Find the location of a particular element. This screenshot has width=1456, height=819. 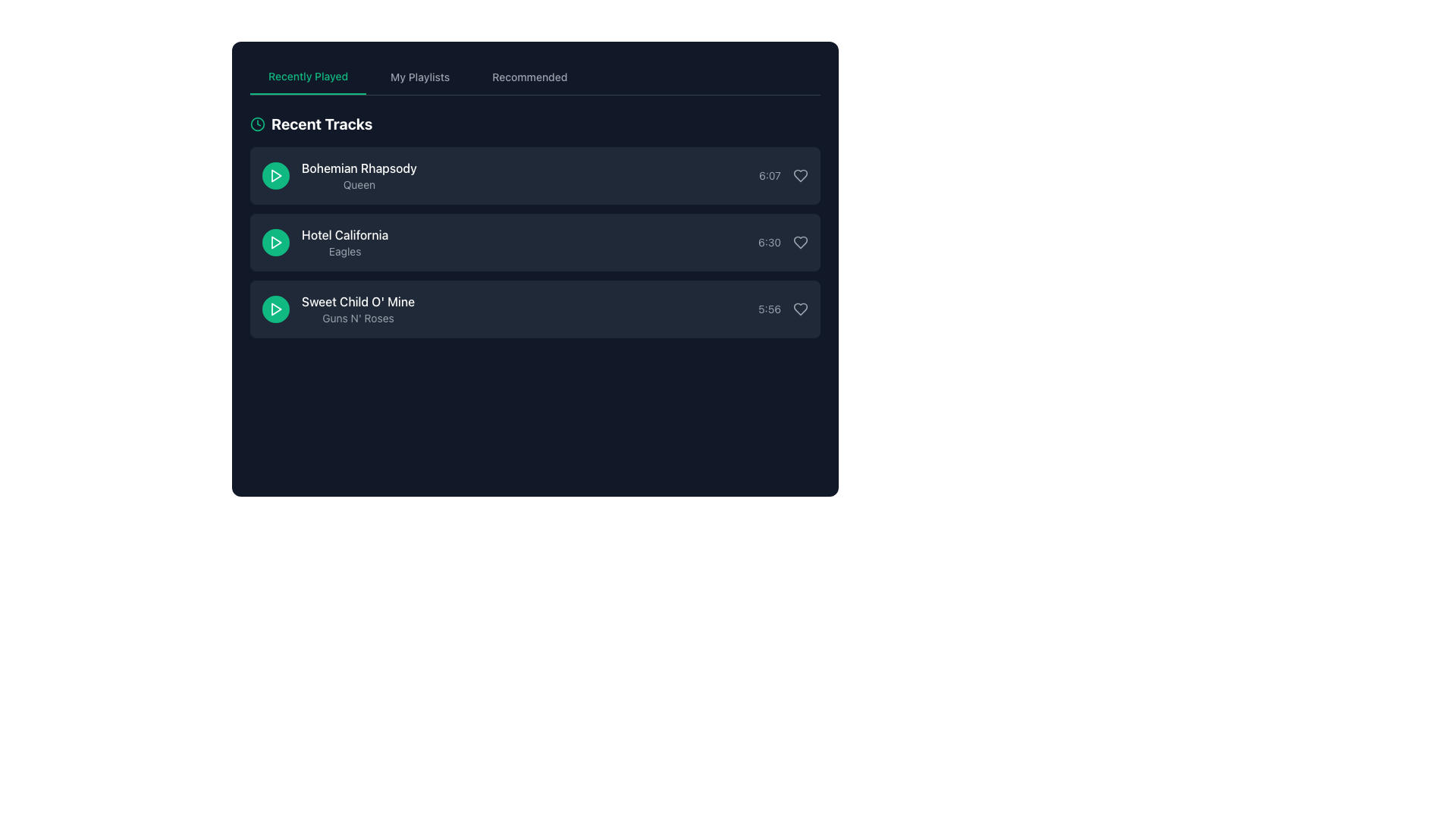

the text label displaying '6:30' which is positioned to the left of a heart icon in the Recent Tracks list is located at coordinates (769, 242).